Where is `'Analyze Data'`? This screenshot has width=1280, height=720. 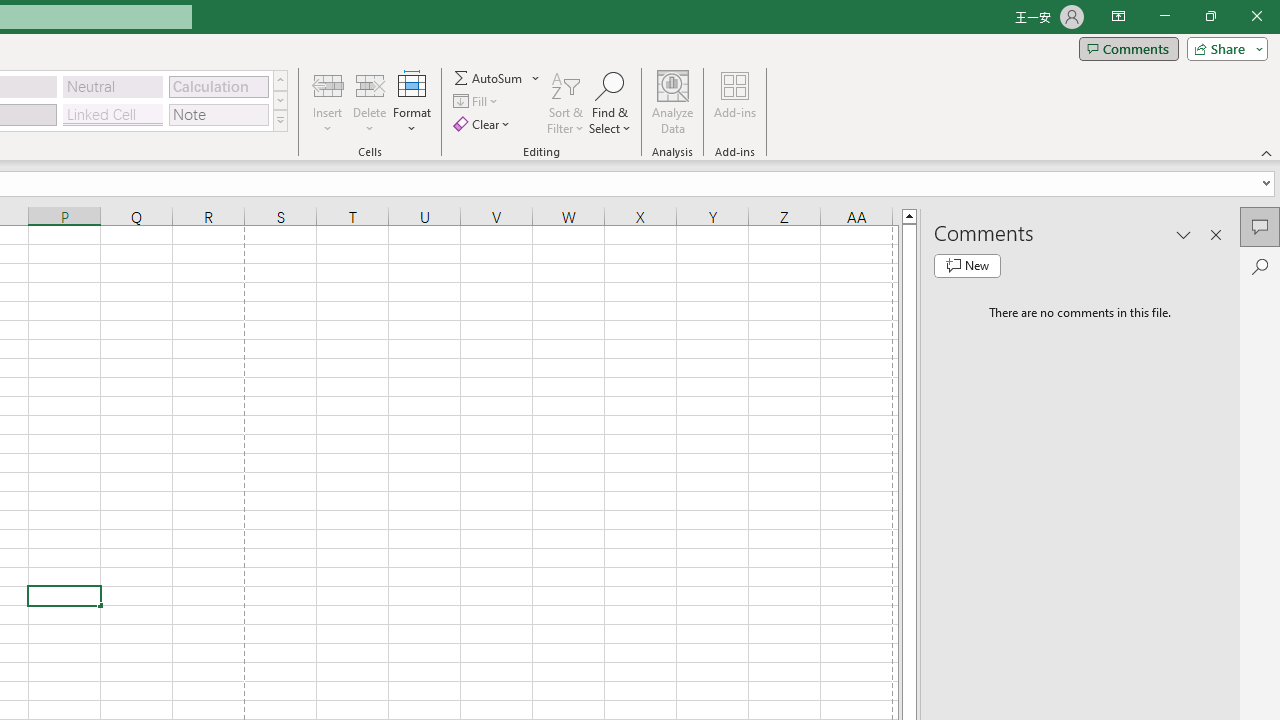
'Analyze Data' is located at coordinates (673, 103).